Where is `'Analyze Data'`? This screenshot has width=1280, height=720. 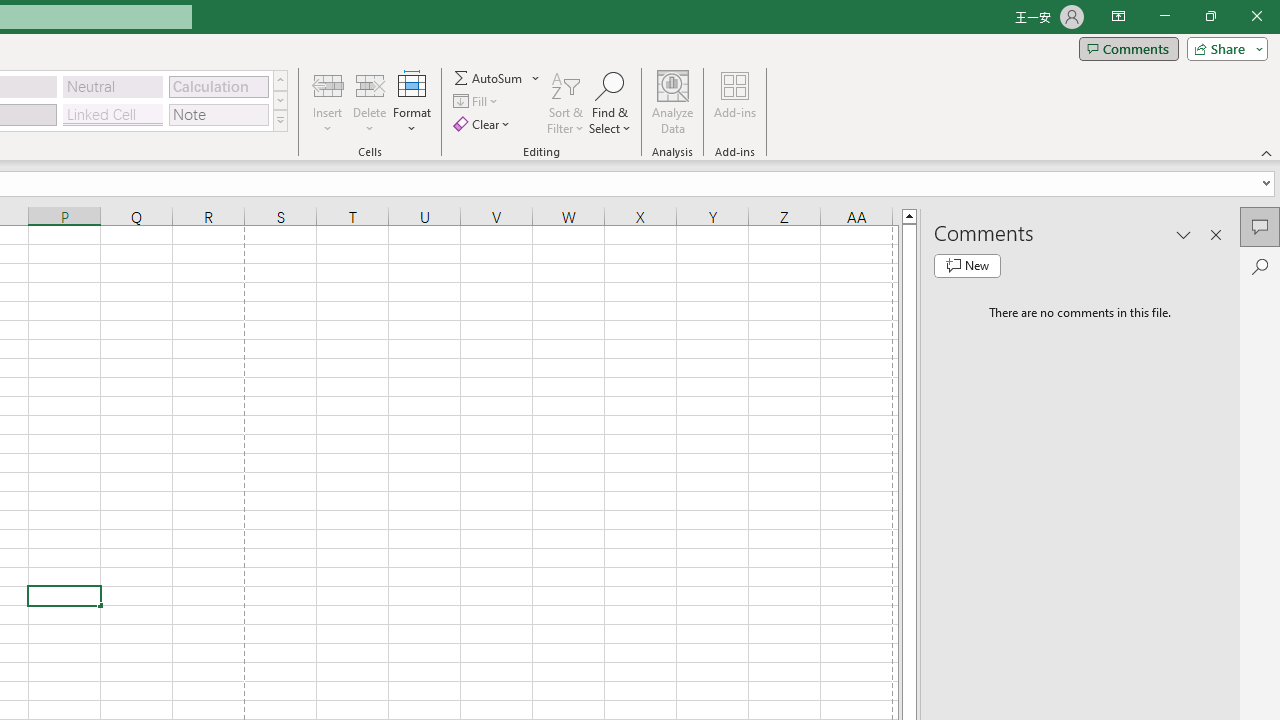
'Analyze Data' is located at coordinates (673, 103).